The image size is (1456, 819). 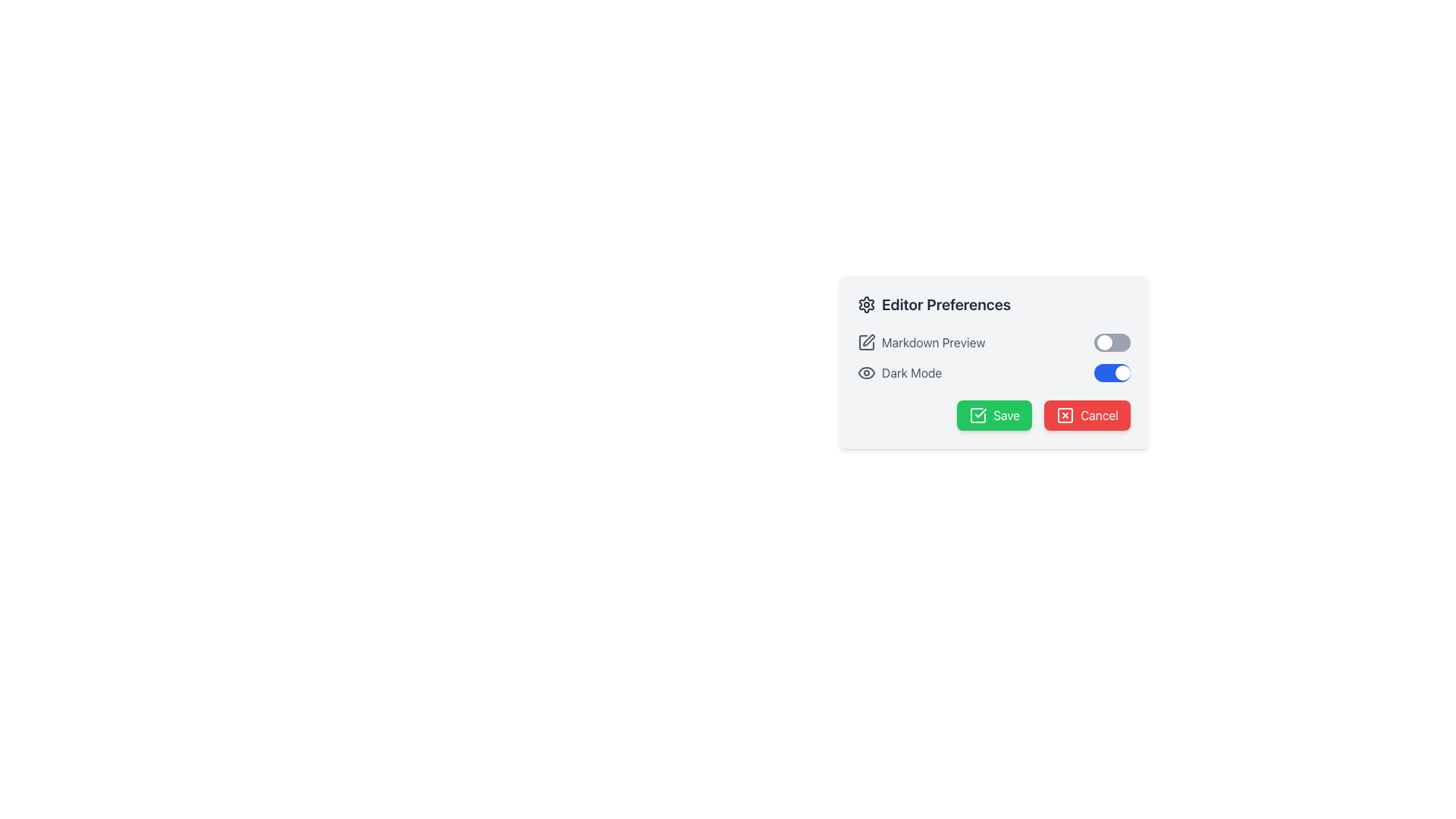 I want to click on the first button in the horizontal button group at the bottom of the 'Editor Preferences' panel, so click(x=993, y=415).